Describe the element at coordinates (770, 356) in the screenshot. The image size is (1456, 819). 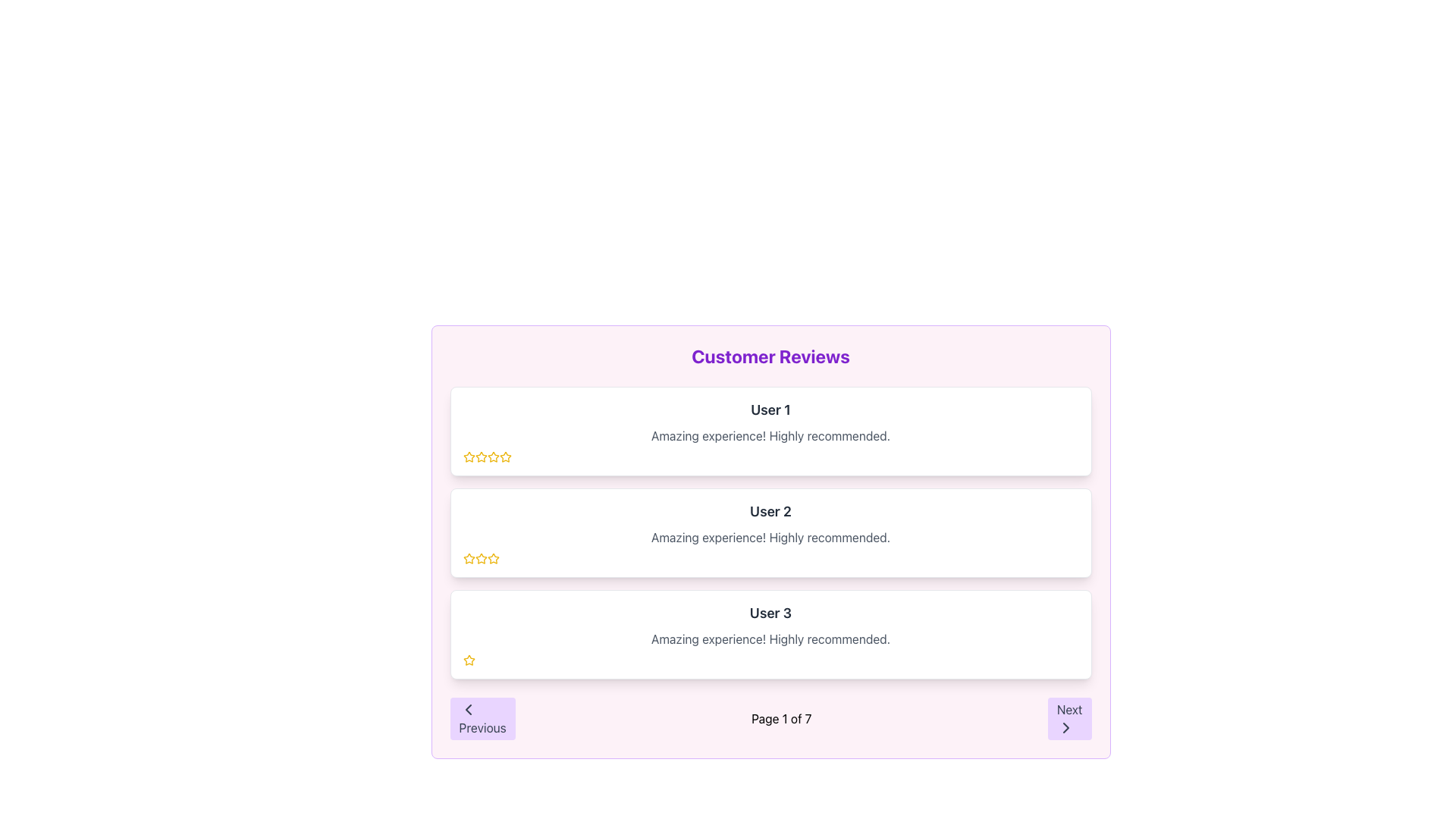
I see `the 'Customer Reviews' label, which is a bold, large purple text at the center-top of the review section` at that location.